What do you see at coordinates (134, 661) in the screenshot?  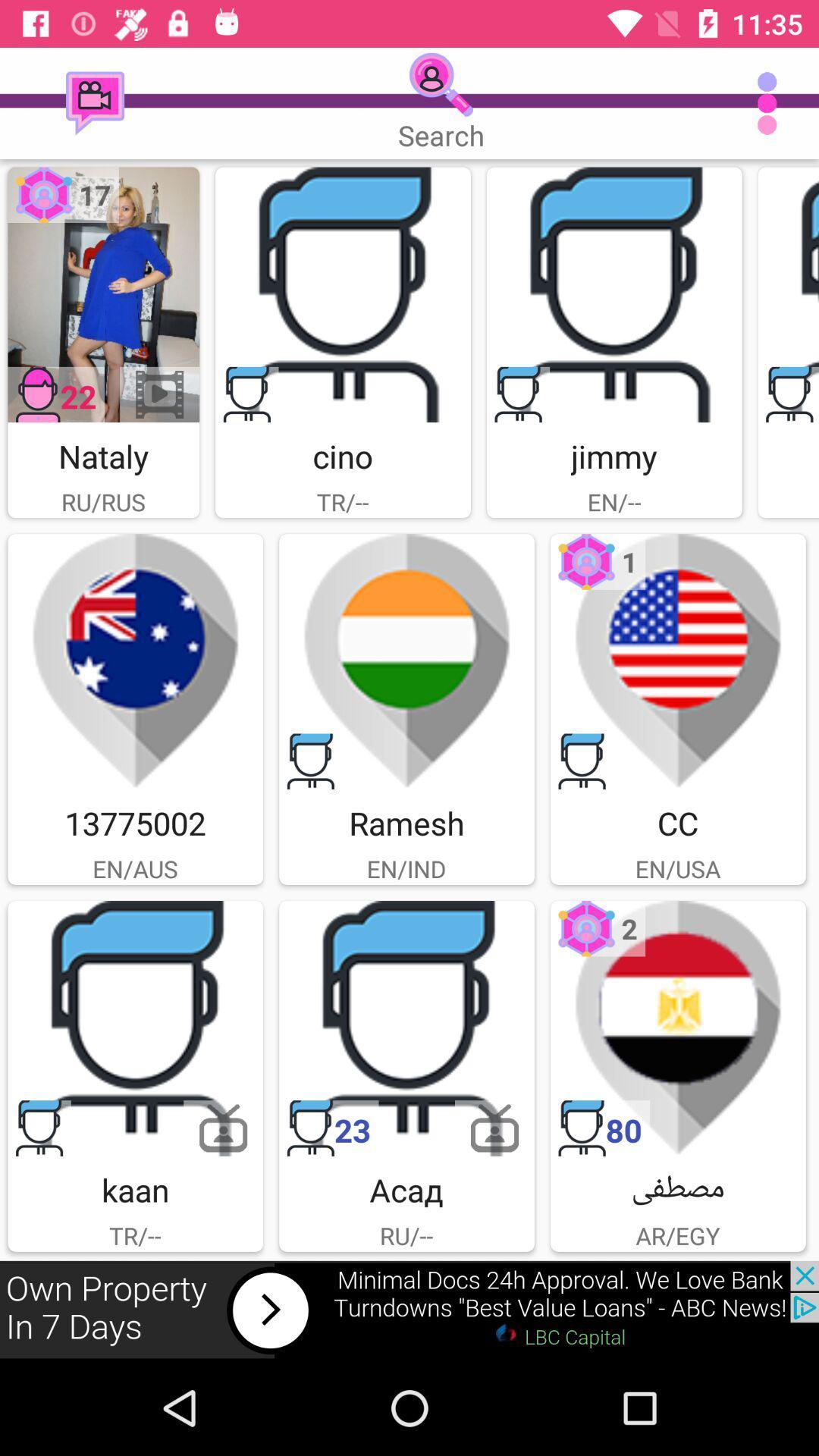 I see `theme option` at bounding box center [134, 661].